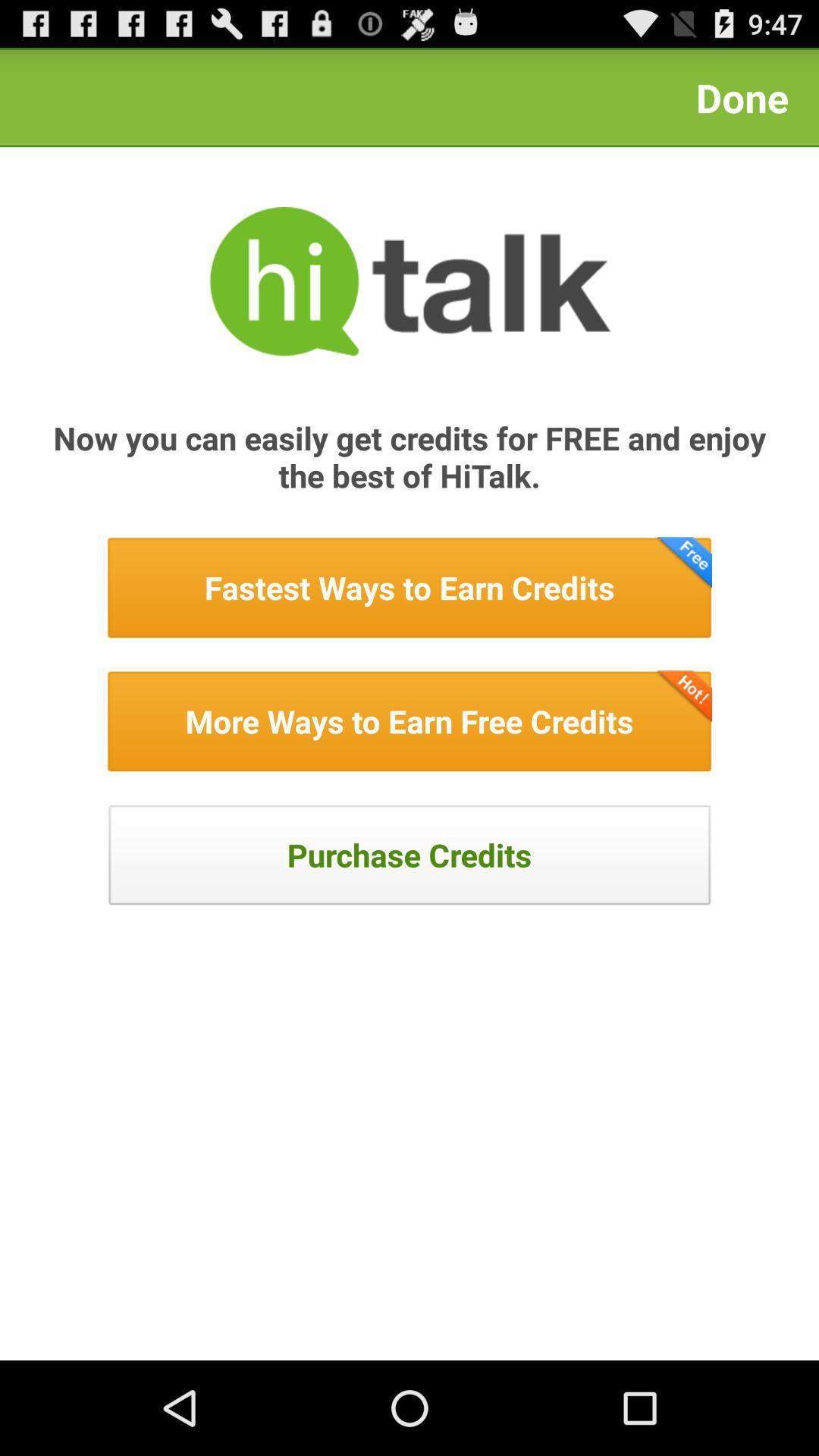 The image size is (819, 1456). Describe the element at coordinates (409, 587) in the screenshot. I see `fastest way to earn credits` at that location.